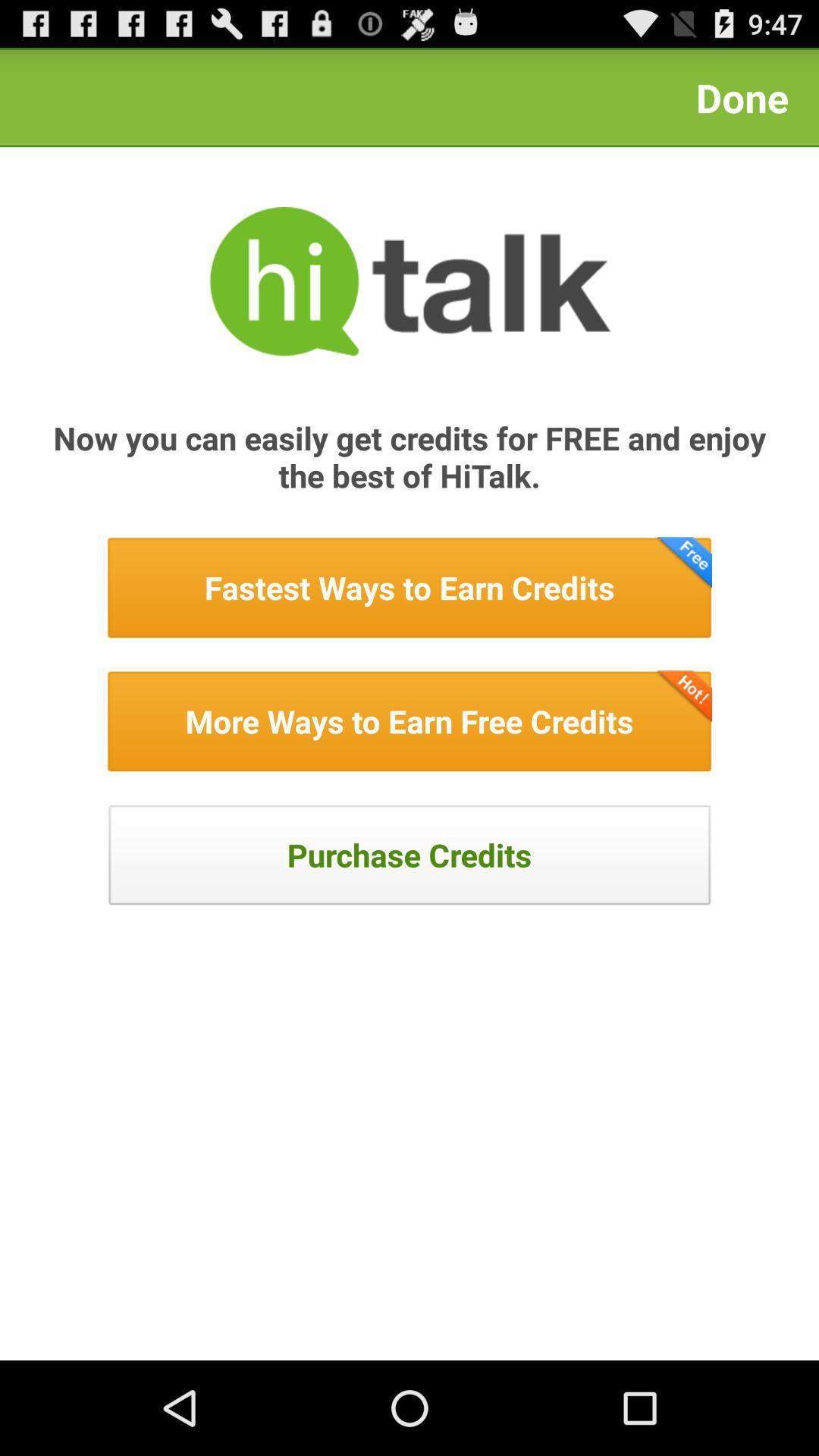 The image size is (819, 1456). Describe the element at coordinates (409, 587) in the screenshot. I see `fastest way to earn credits` at that location.